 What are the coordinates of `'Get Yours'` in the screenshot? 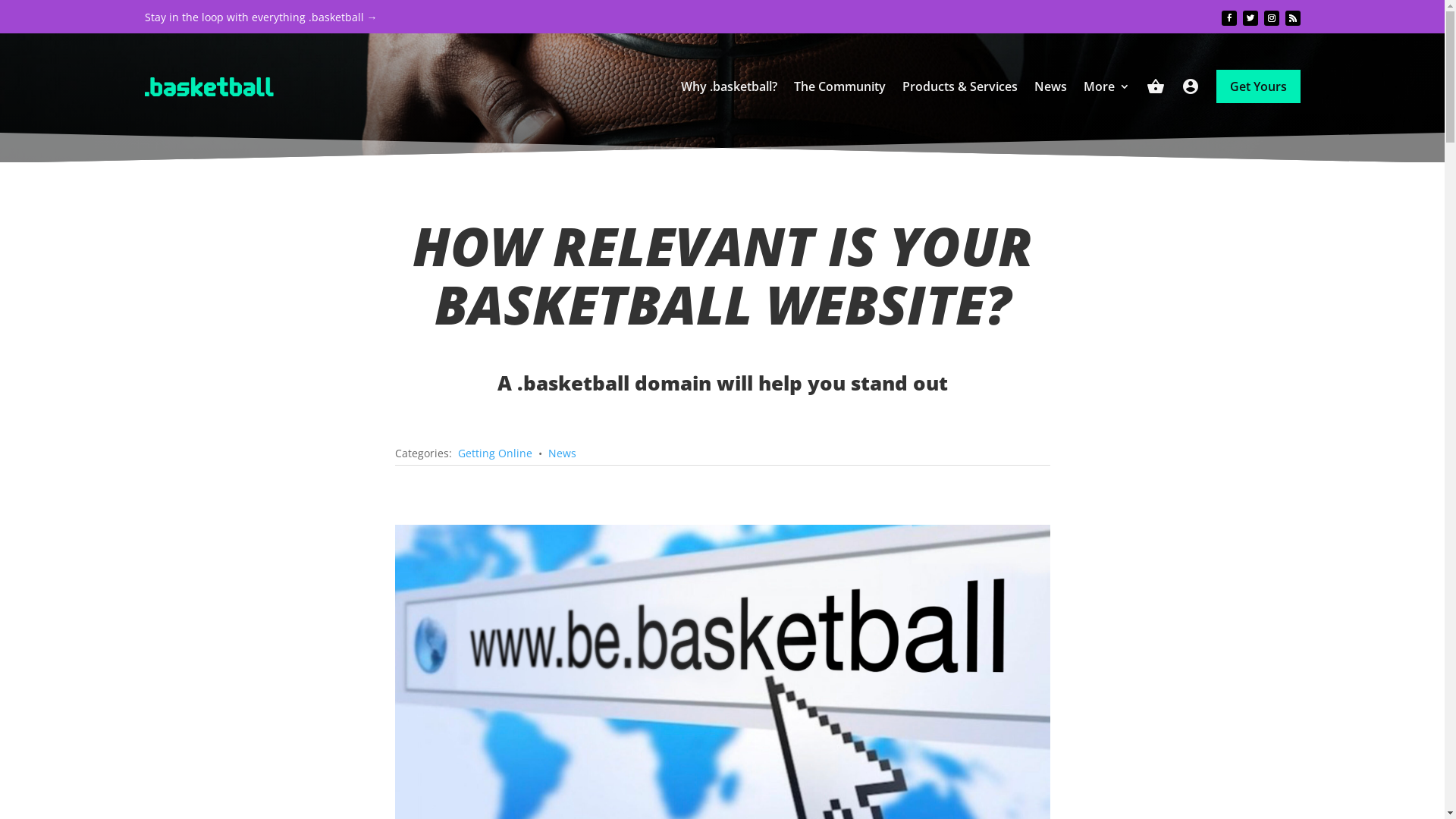 It's located at (1258, 86).